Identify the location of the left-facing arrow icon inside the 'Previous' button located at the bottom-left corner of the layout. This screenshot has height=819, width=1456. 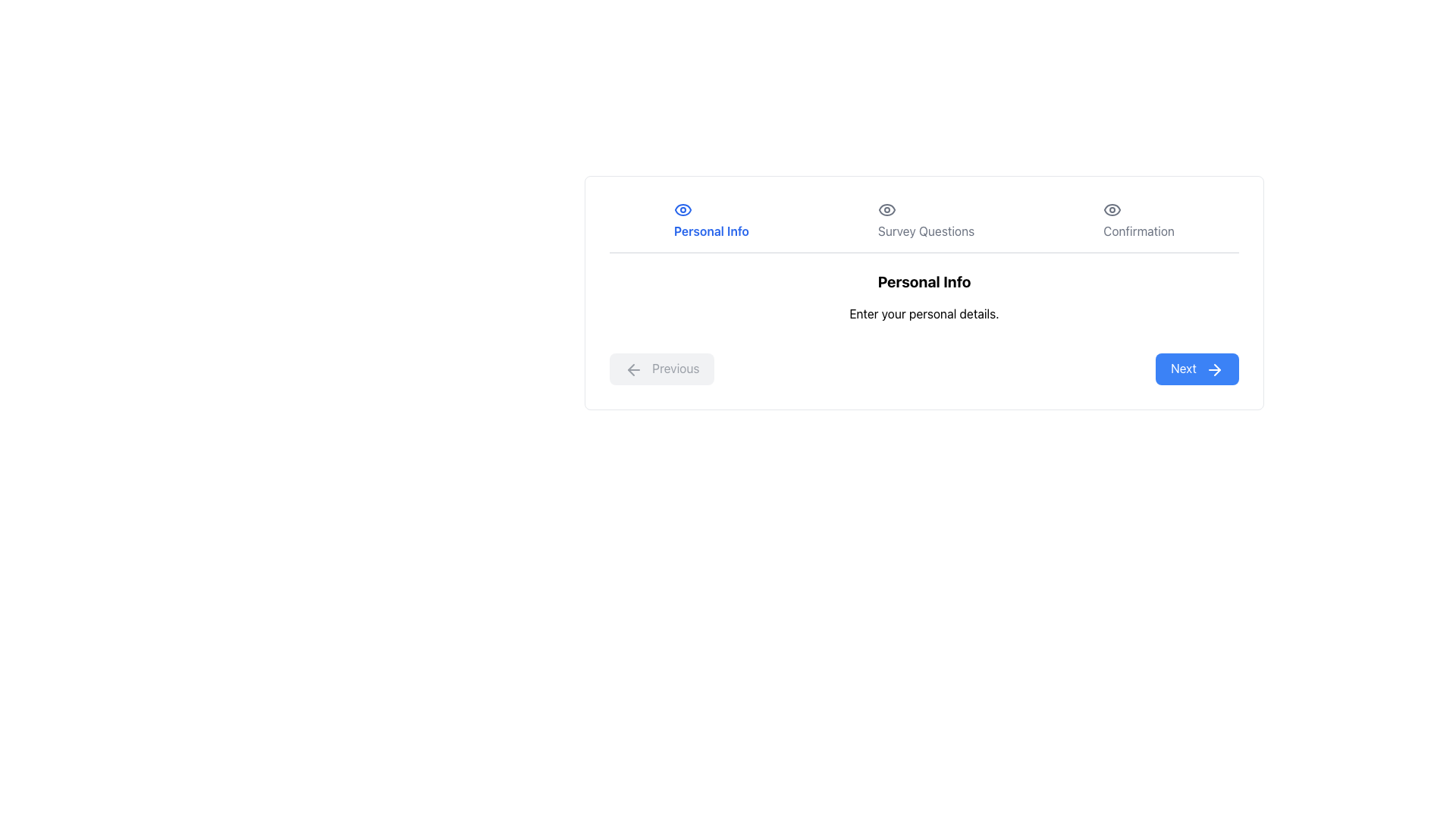
(631, 369).